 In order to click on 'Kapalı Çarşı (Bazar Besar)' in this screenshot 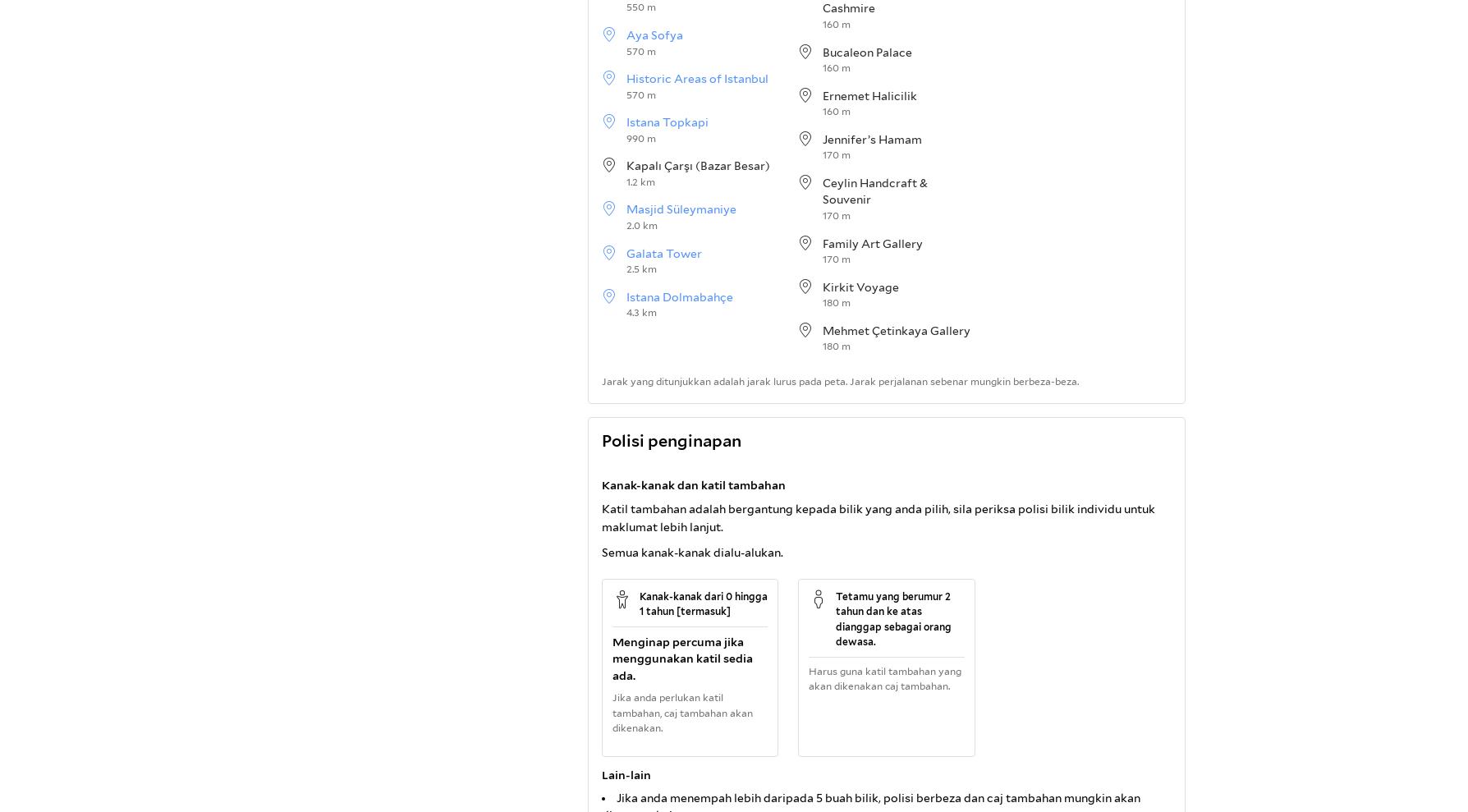, I will do `click(697, 165)`.